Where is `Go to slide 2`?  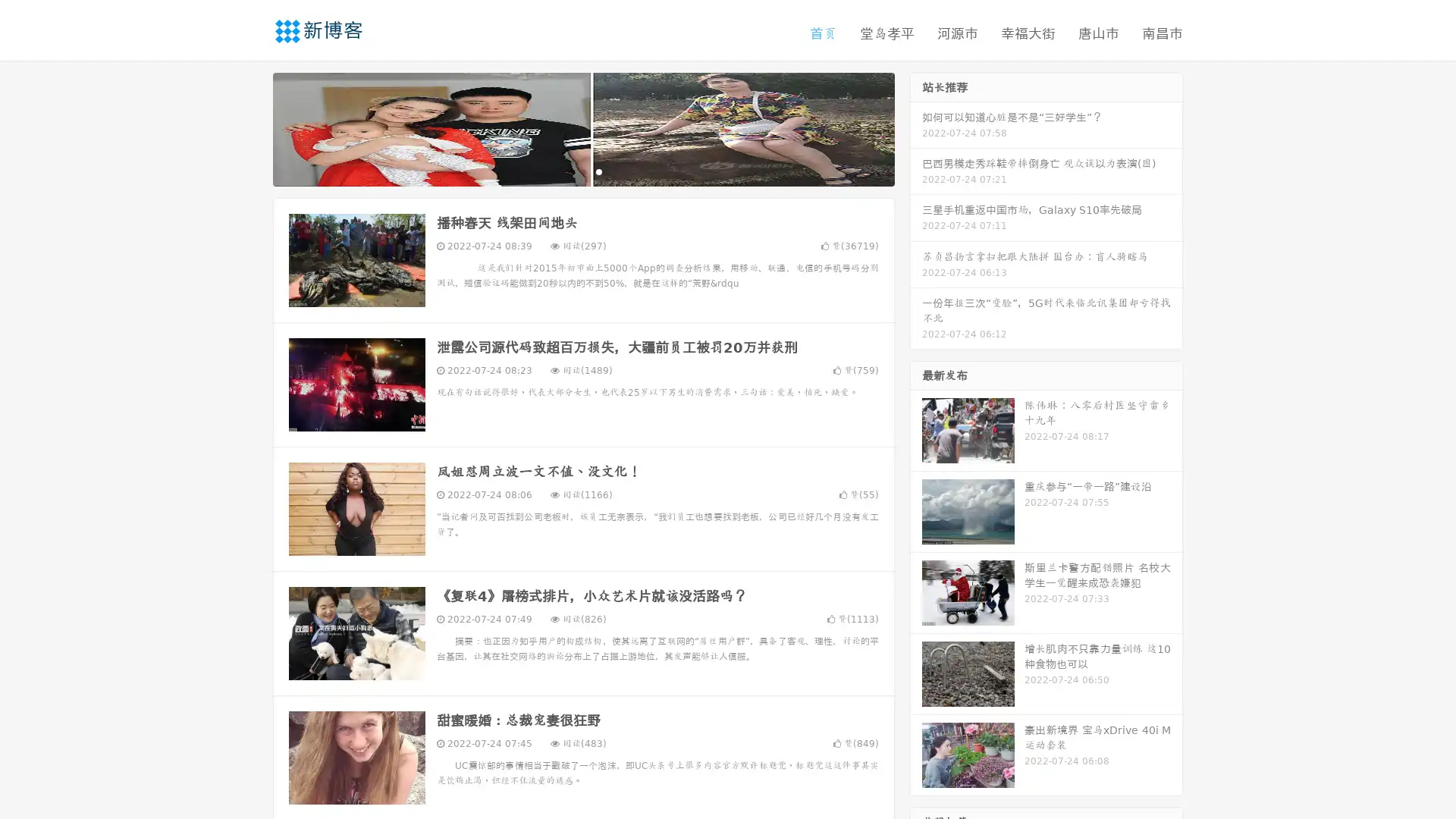 Go to slide 2 is located at coordinates (582, 171).